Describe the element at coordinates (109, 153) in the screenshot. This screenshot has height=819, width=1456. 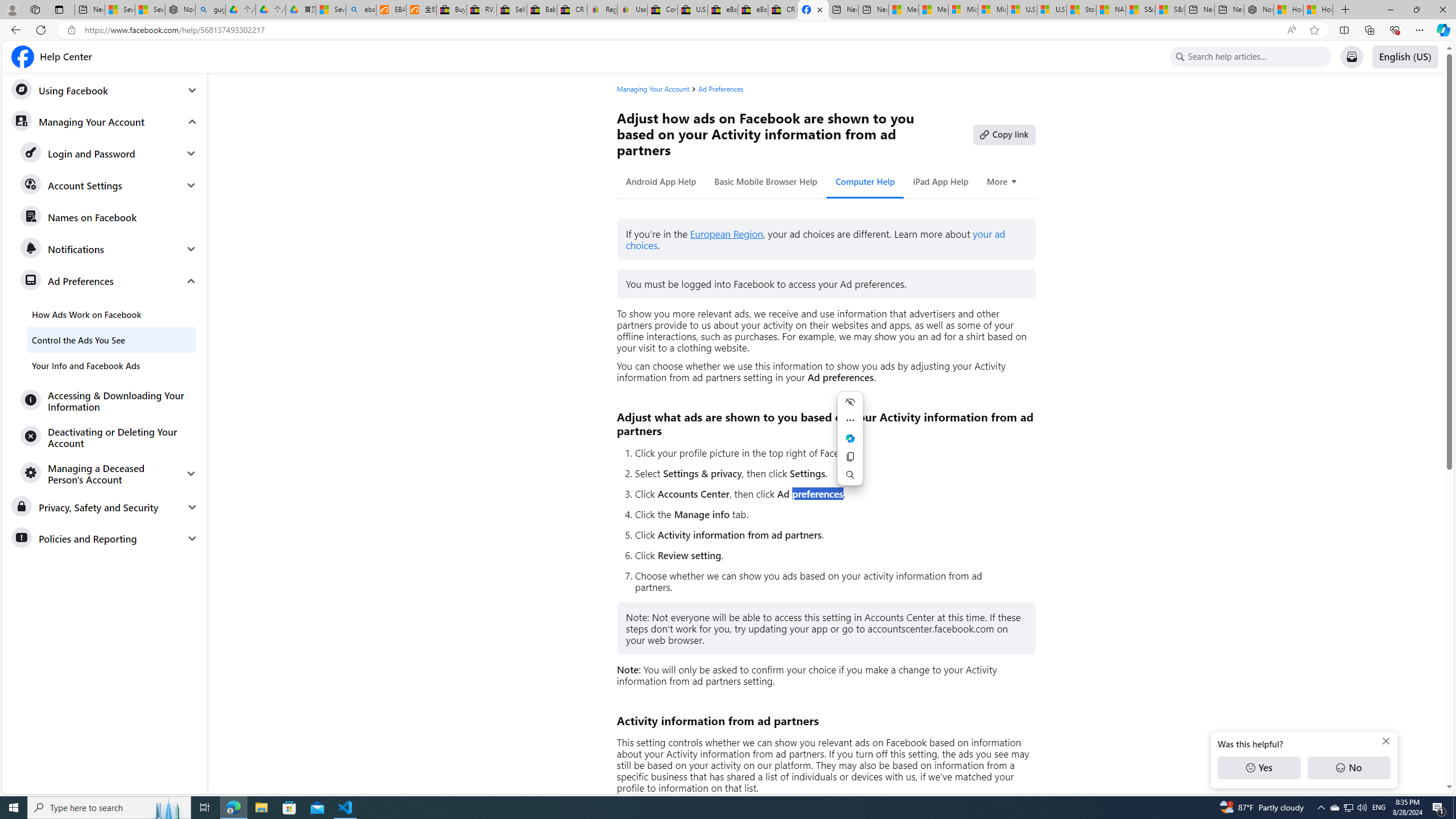
I see `'Login and Password Expand'` at that location.